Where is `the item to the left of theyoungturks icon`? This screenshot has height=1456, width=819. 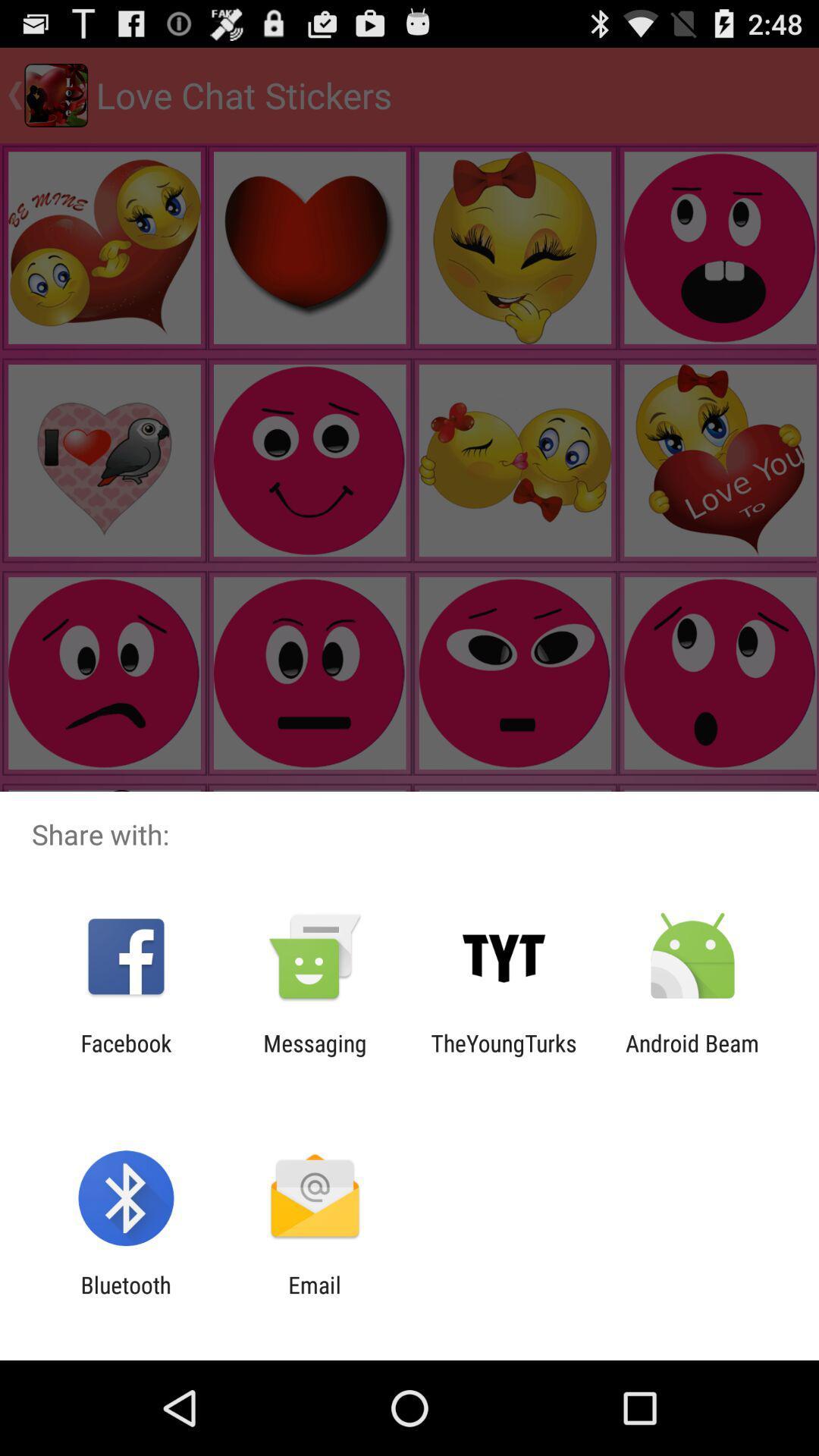 the item to the left of theyoungturks icon is located at coordinates (314, 1056).